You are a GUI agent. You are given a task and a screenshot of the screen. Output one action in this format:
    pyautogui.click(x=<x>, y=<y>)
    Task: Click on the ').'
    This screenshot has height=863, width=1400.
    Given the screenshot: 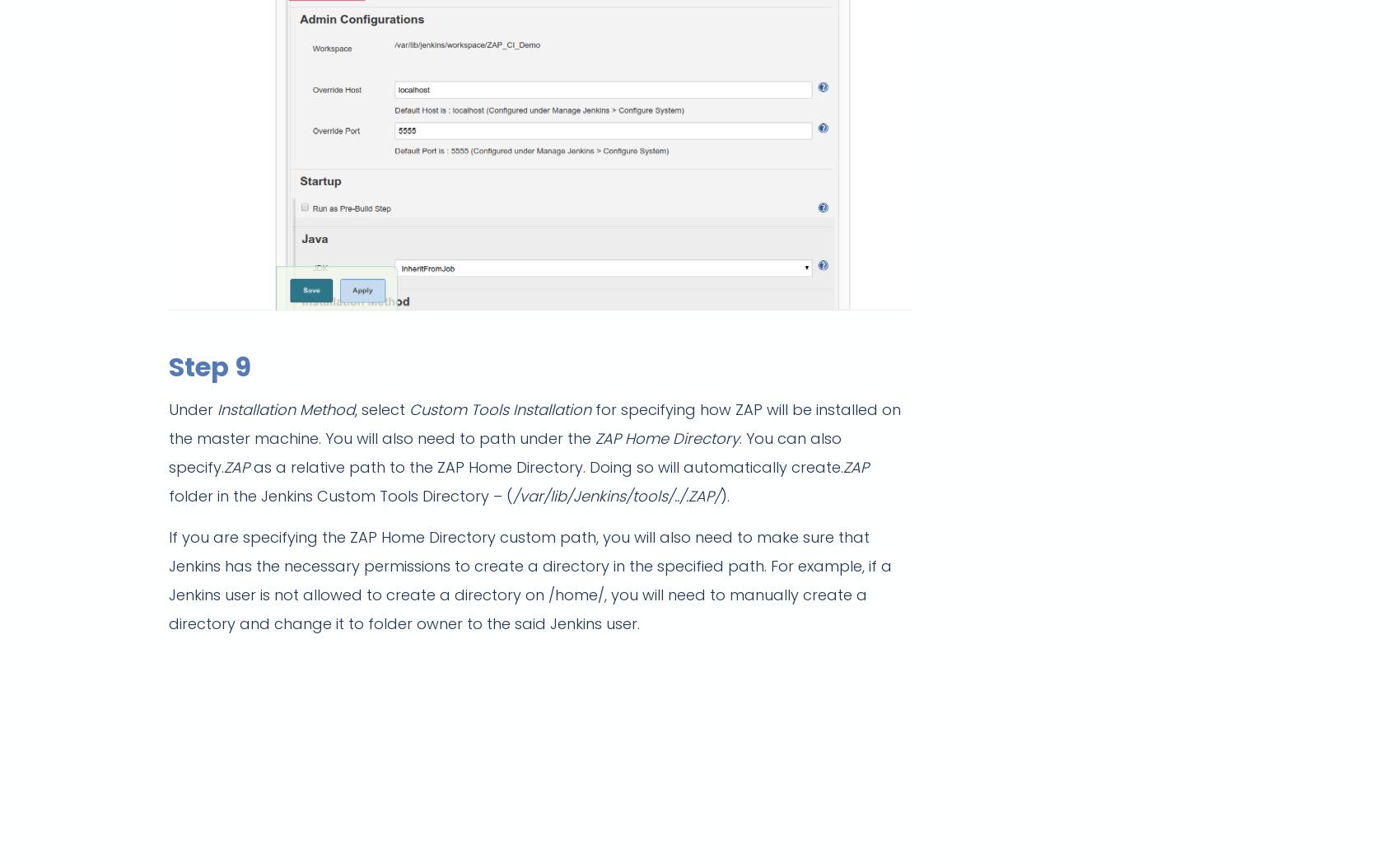 What is the action you would take?
    pyautogui.click(x=725, y=496)
    